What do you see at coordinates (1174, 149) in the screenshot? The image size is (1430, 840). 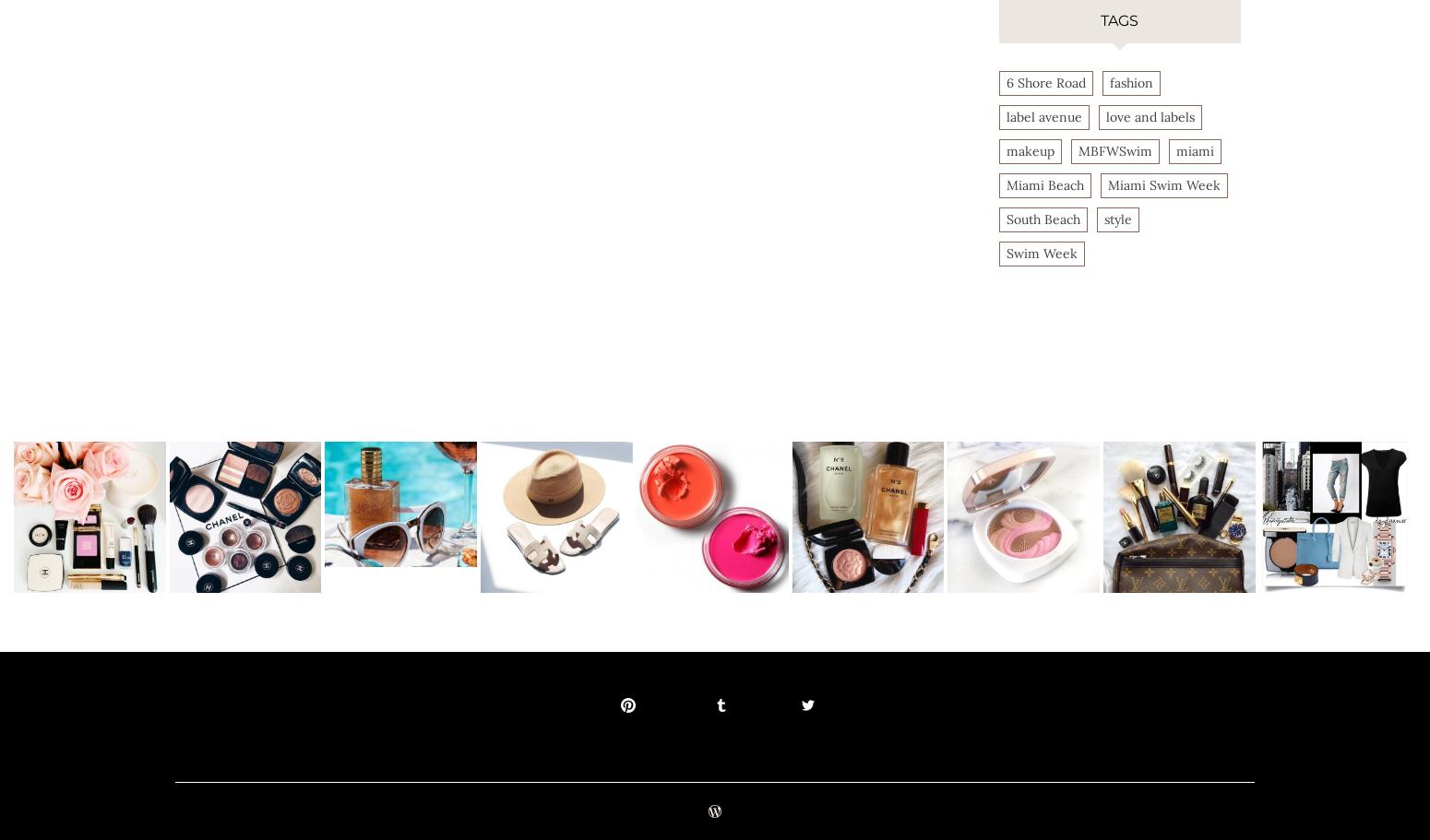 I see `'miami'` at bounding box center [1174, 149].